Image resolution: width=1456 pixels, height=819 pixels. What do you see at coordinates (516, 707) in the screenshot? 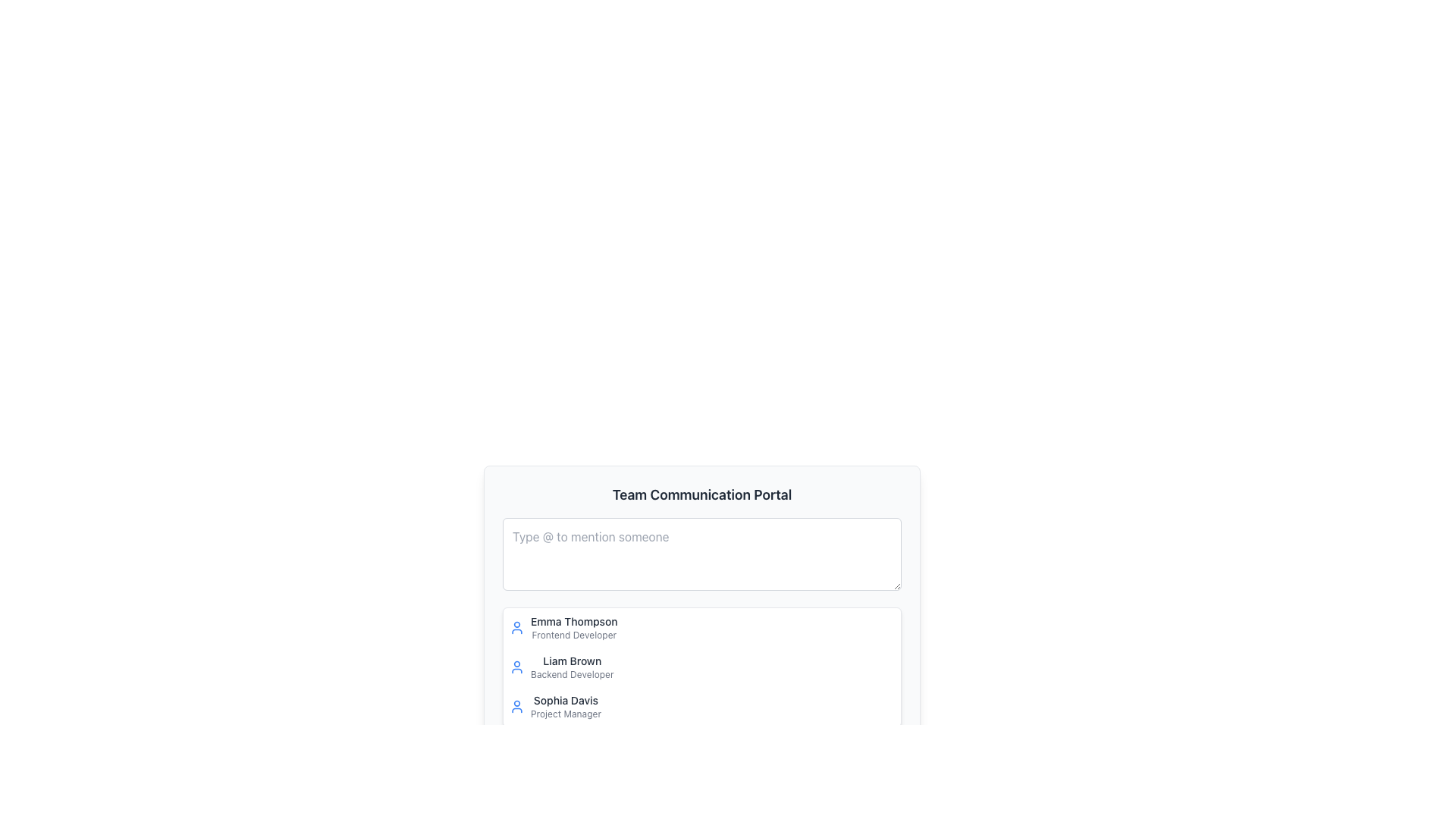
I see `the user avatar icon, which is a blue circular head shape located to the left of the 'Sophia Davis' label and the 'Project Manager' description in the user list` at bounding box center [516, 707].